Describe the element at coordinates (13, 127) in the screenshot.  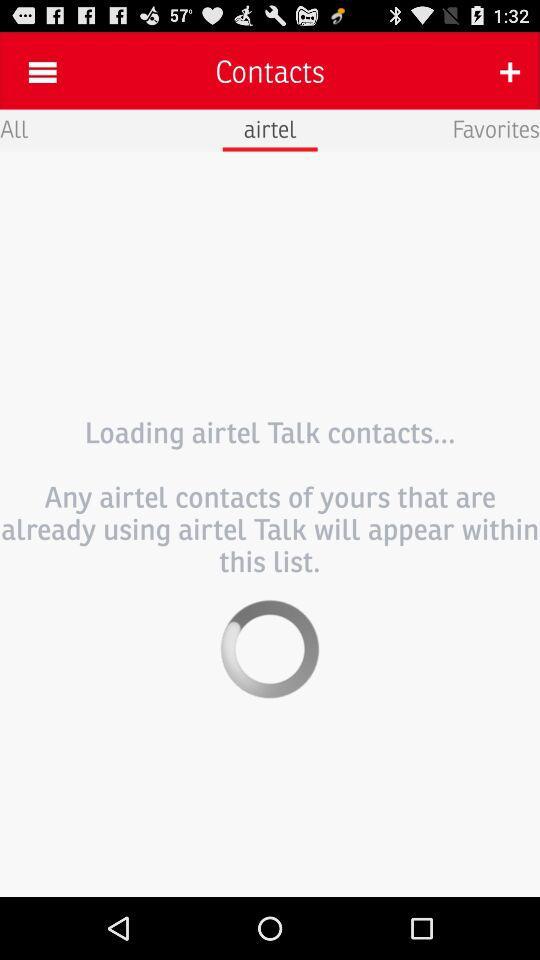
I see `the app next to airtel app` at that location.